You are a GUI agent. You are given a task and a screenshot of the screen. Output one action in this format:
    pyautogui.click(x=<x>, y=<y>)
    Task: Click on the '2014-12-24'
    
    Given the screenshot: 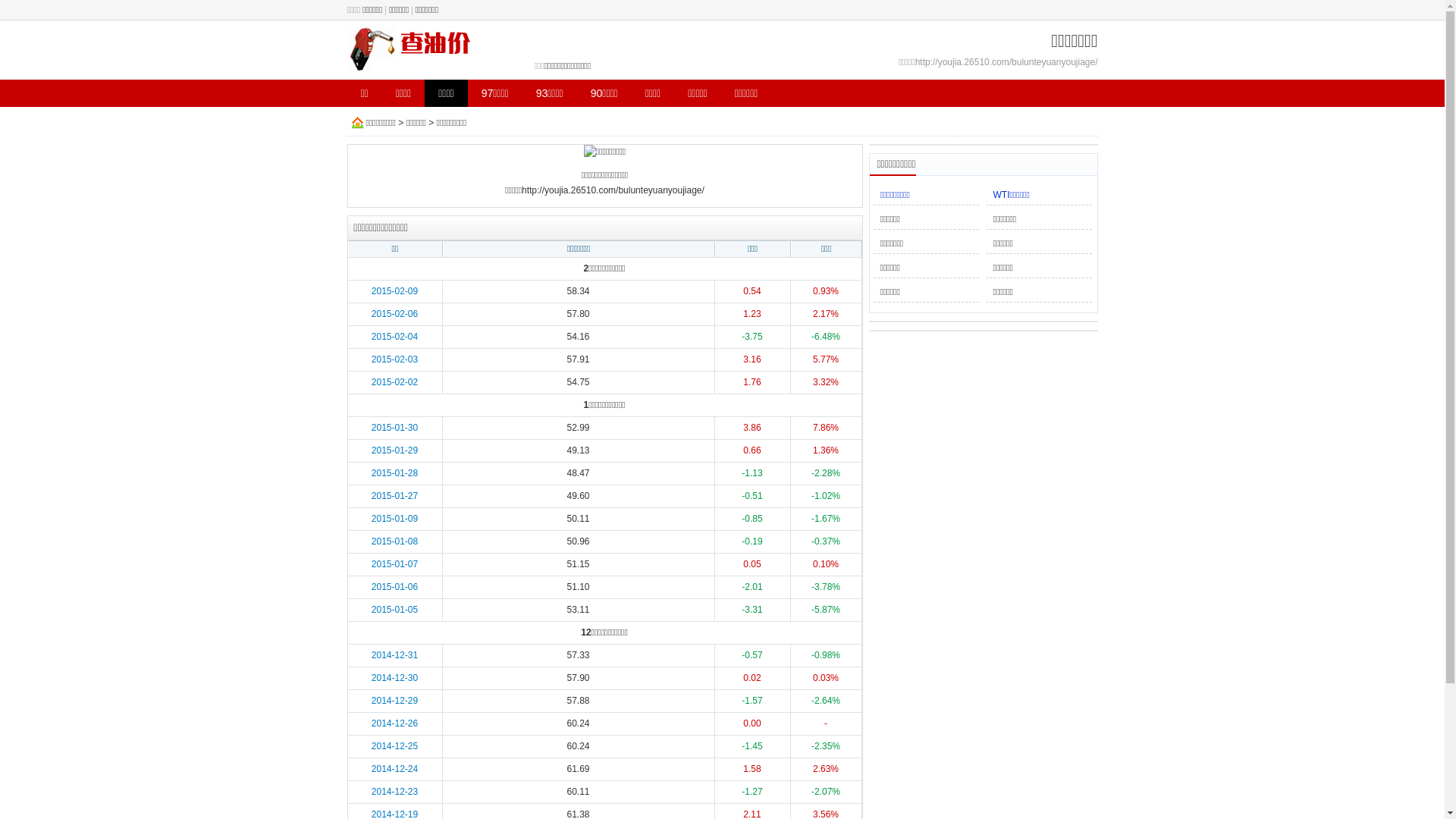 What is the action you would take?
    pyautogui.click(x=394, y=769)
    